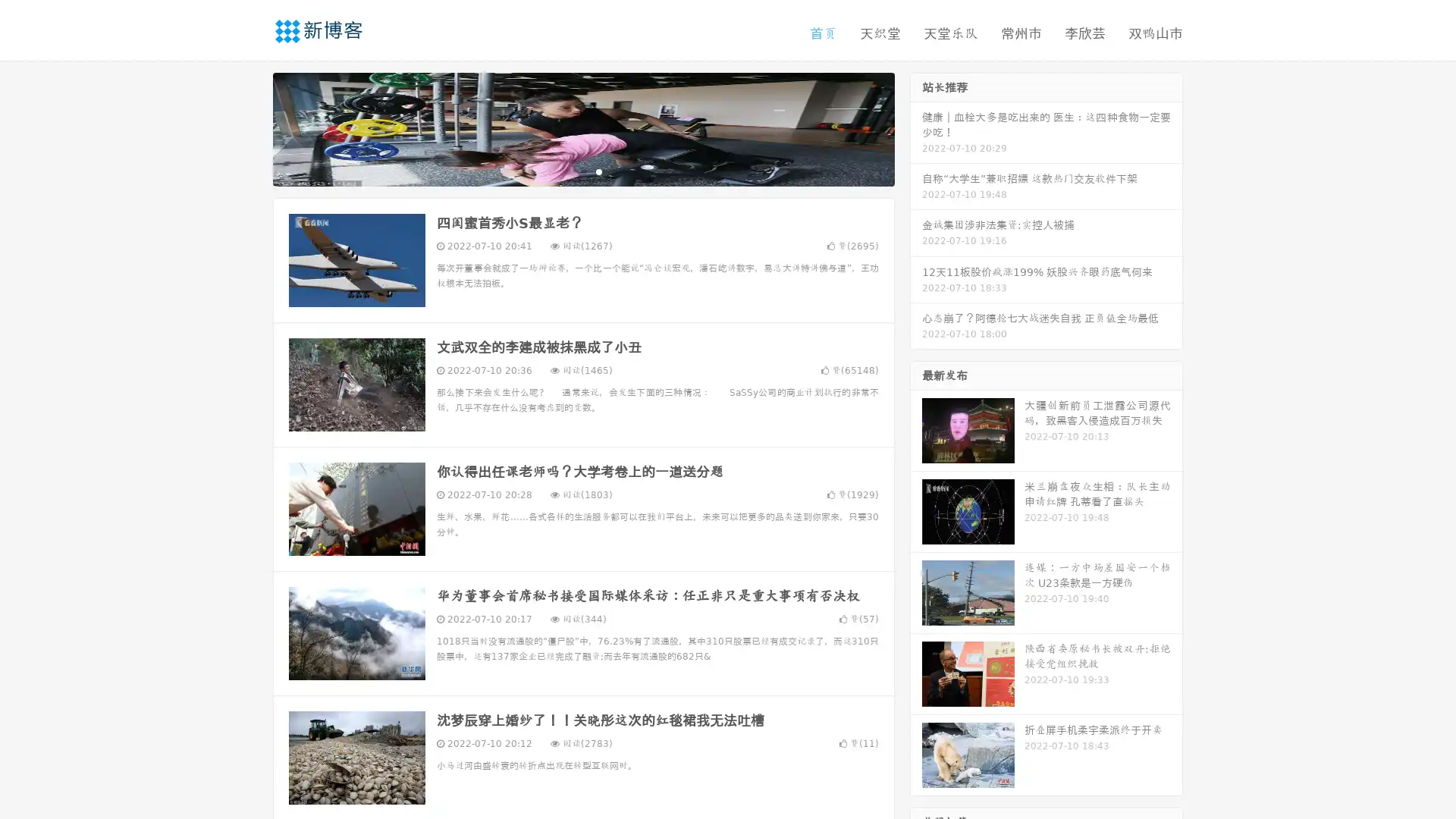 The height and width of the screenshot is (819, 1456). Describe the element at coordinates (567, 171) in the screenshot. I see `Go to slide 1` at that location.